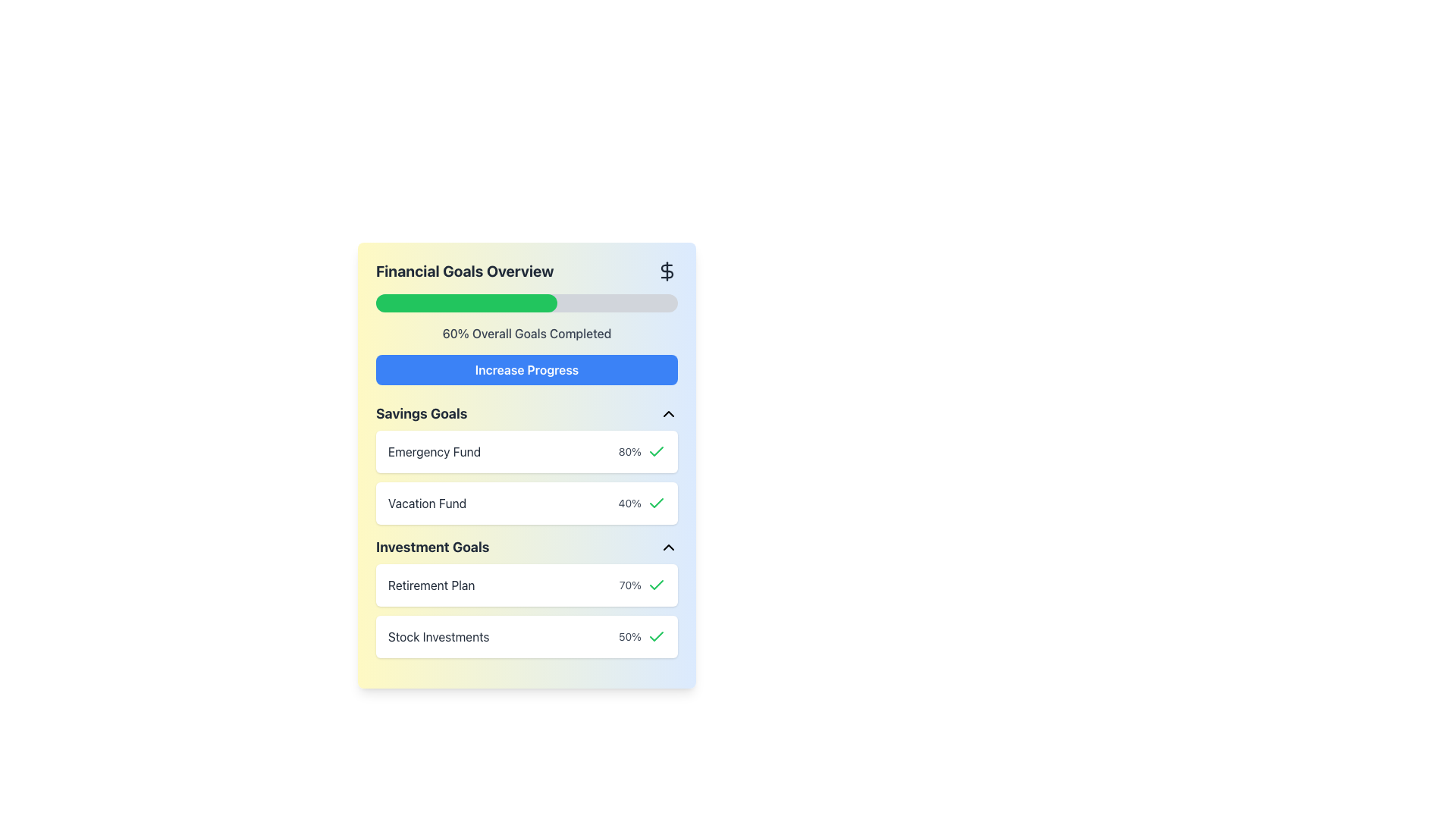  I want to click on the 'Stock Investments' textual label, so click(438, 637).